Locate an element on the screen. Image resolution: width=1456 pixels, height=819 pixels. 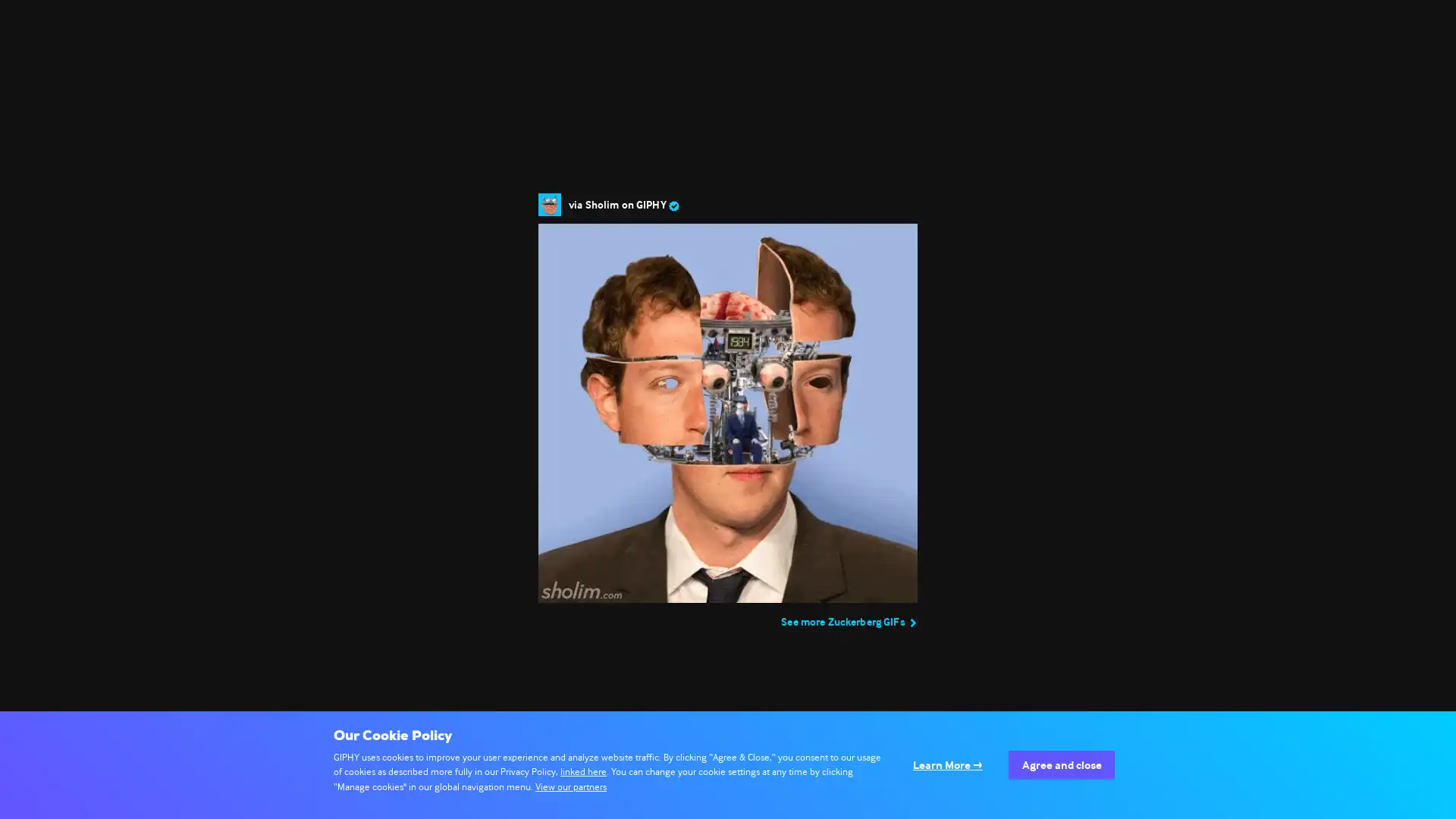
Configure your consents is located at coordinates (946, 765).